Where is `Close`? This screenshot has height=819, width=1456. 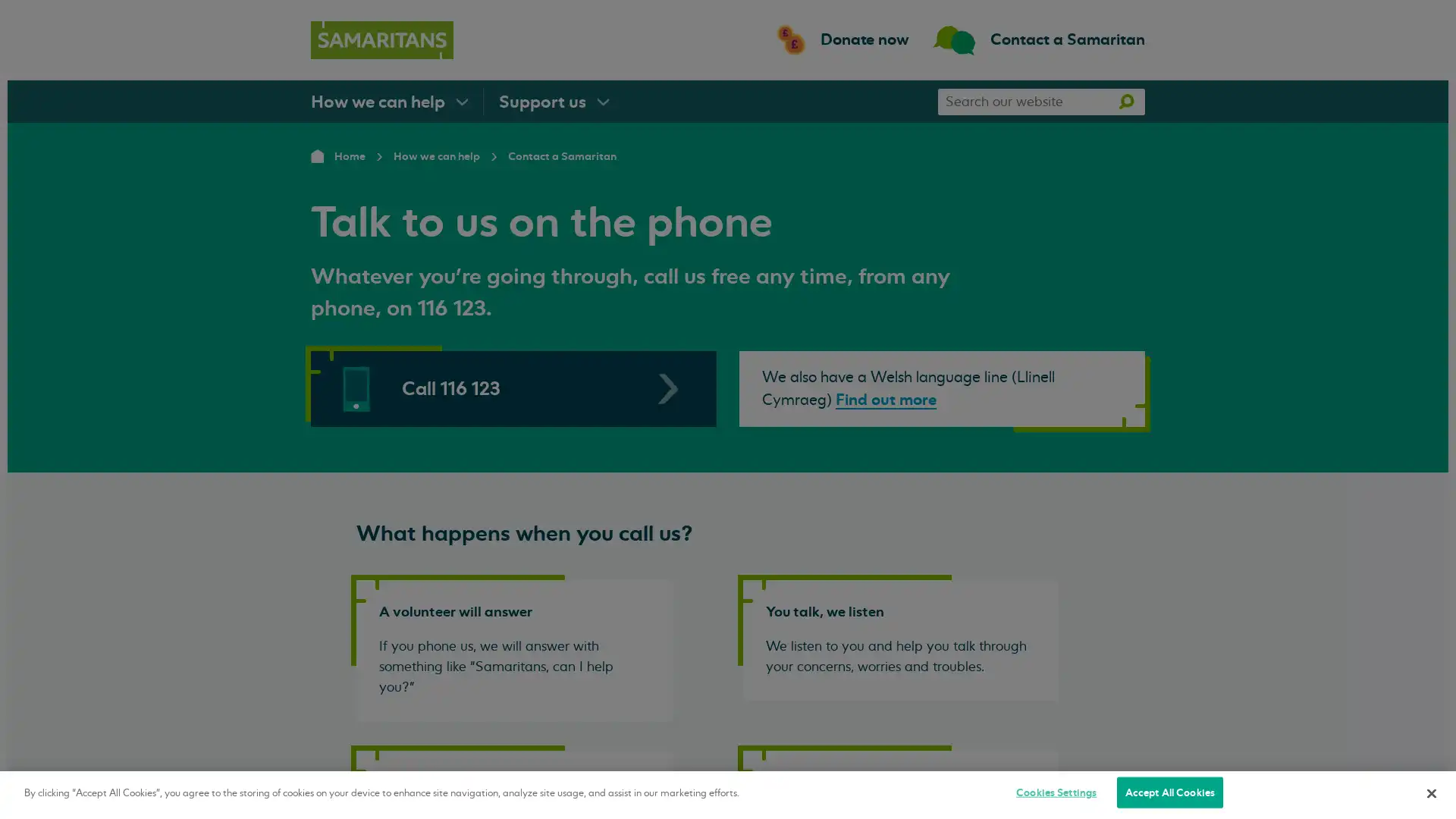 Close is located at coordinates (1430, 792).